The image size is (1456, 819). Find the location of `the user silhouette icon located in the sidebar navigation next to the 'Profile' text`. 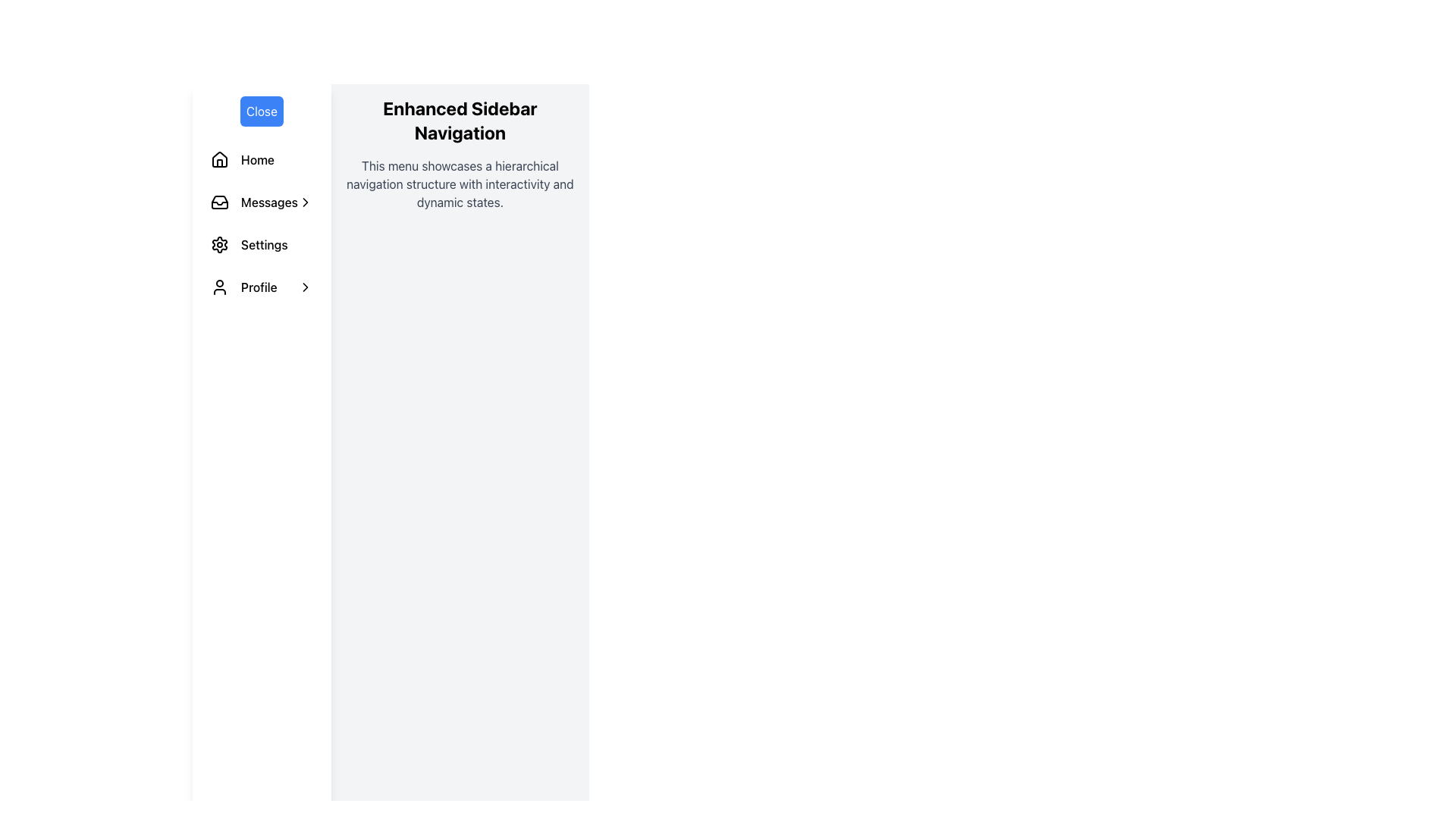

the user silhouette icon located in the sidebar navigation next to the 'Profile' text is located at coordinates (218, 287).